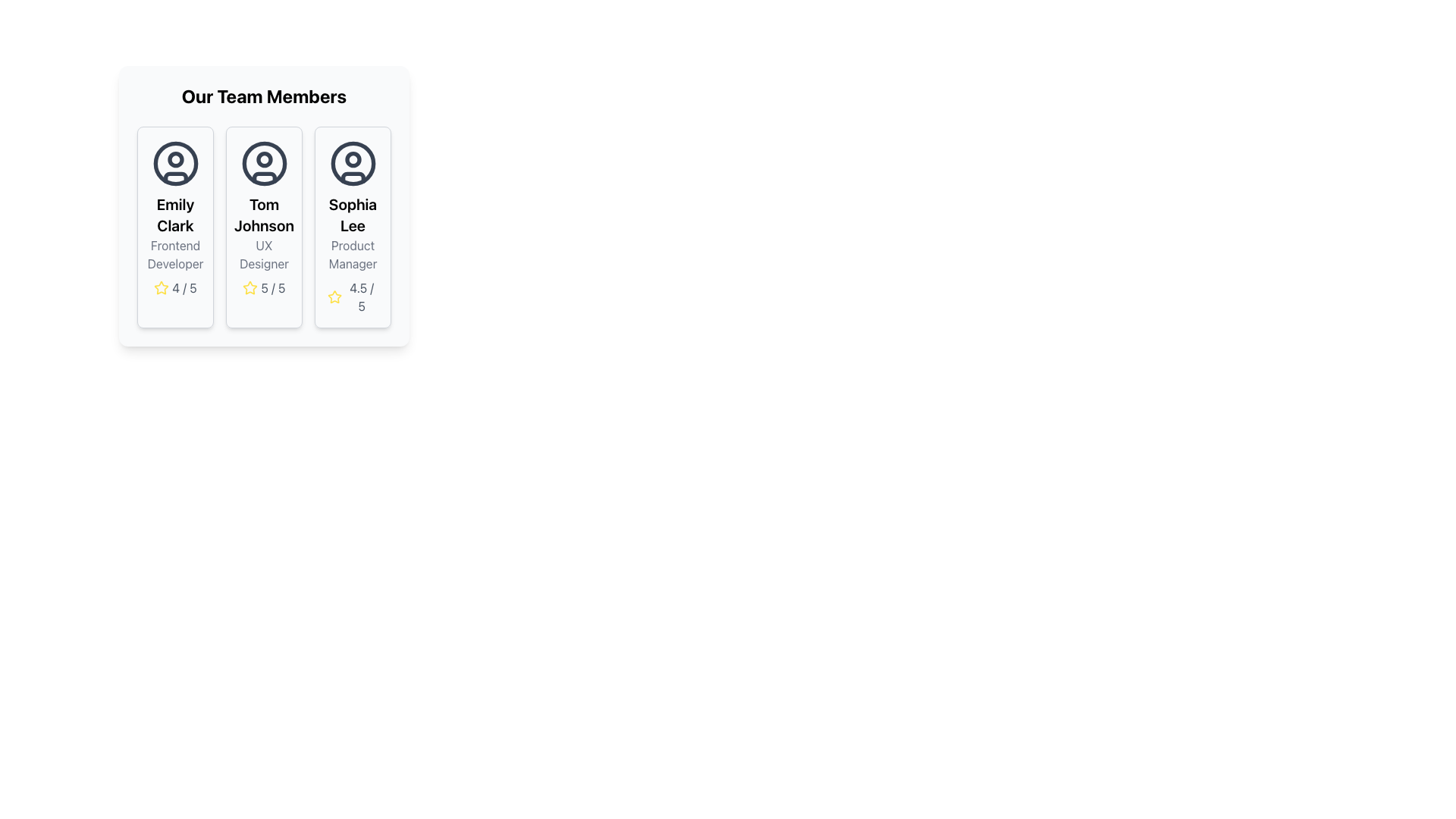  I want to click on the text label displaying 'Our Team Members', so click(264, 96).